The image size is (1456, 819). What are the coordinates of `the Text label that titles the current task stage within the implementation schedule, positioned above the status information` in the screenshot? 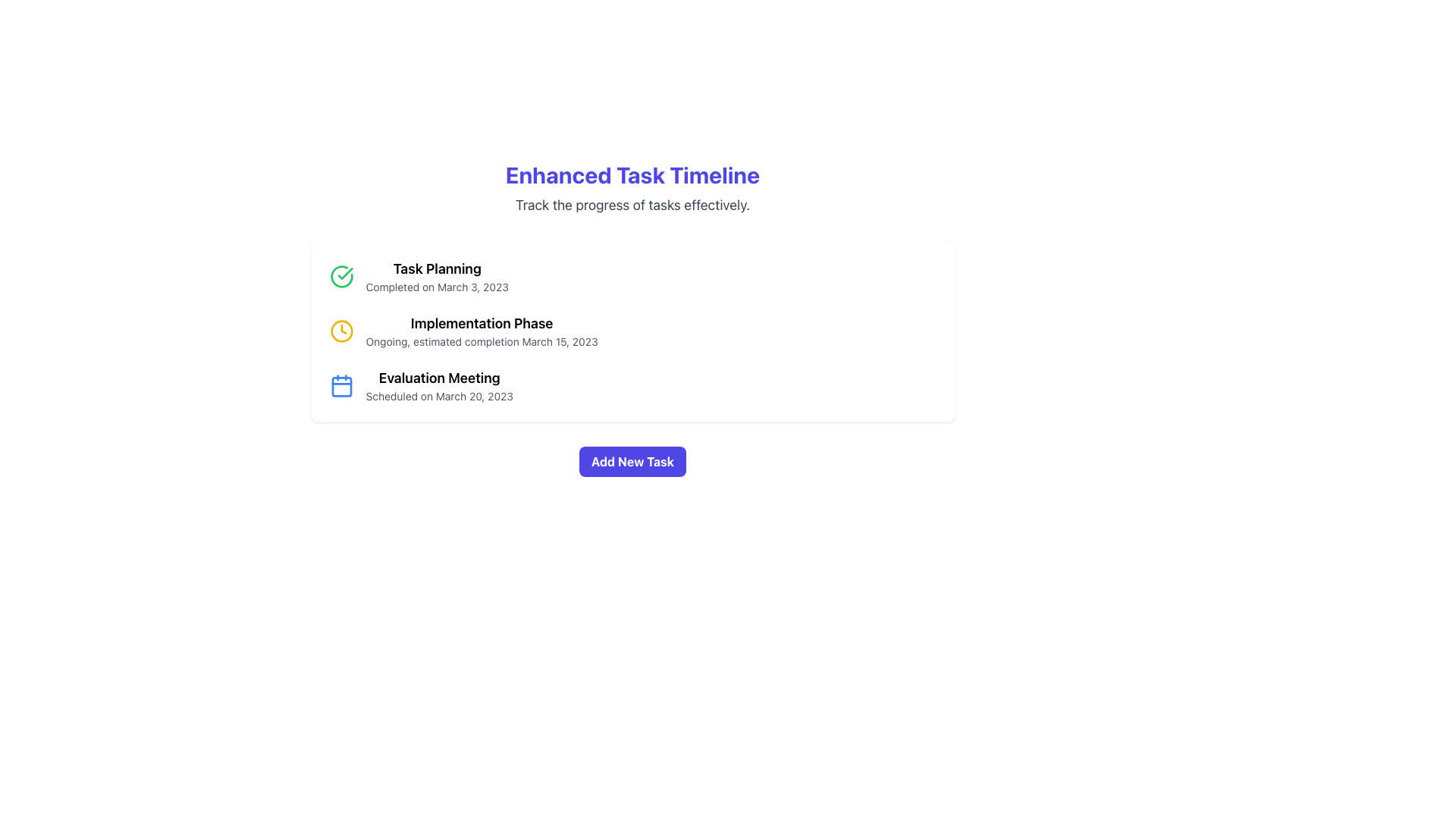 It's located at (481, 323).